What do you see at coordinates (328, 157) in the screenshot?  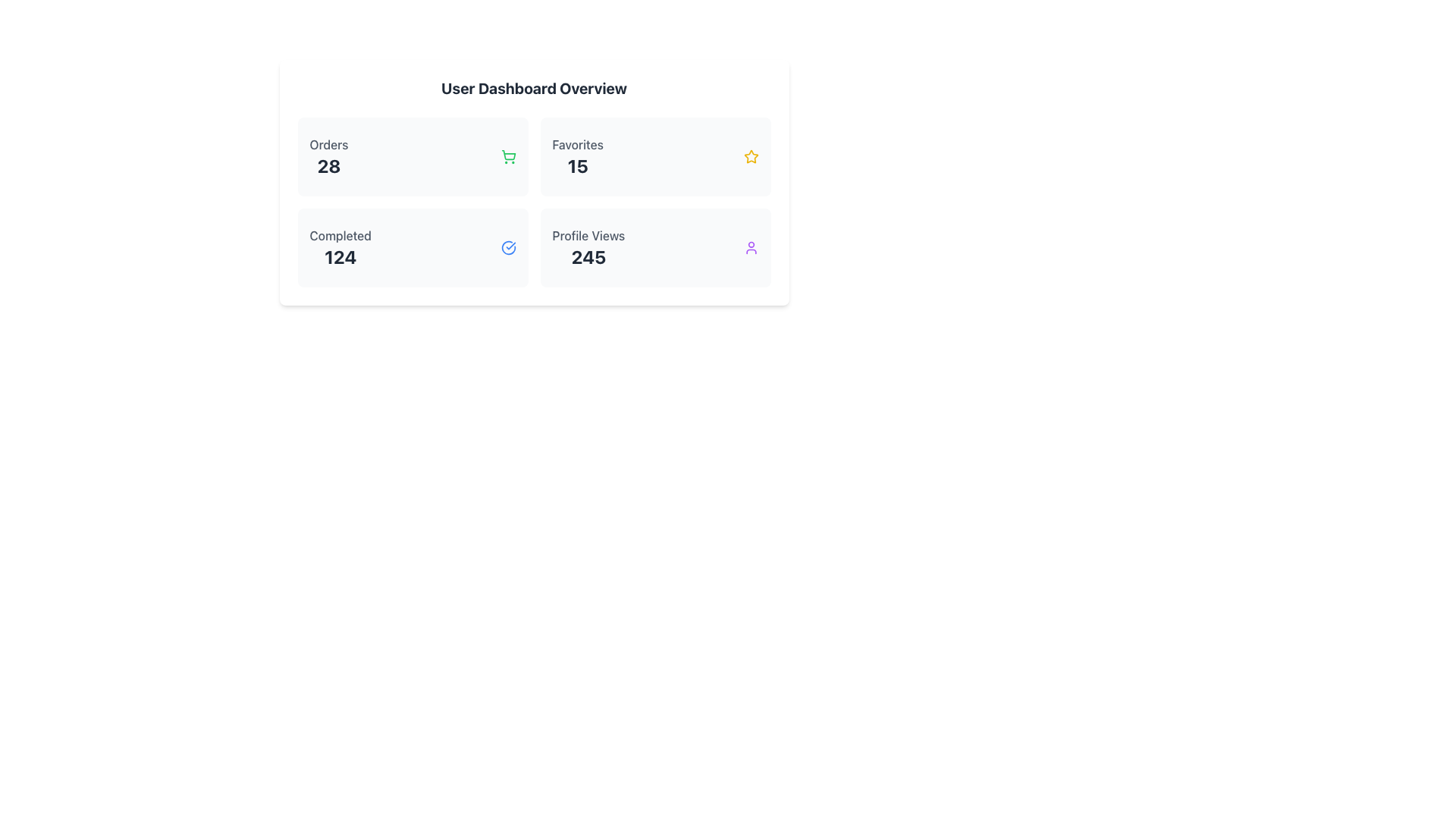 I see `the Statistical summary display component that shows 'Orders' in a smaller gray font and '28' in a larger, bold black font, located inside a white card with rounded corners` at bounding box center [328, 157].